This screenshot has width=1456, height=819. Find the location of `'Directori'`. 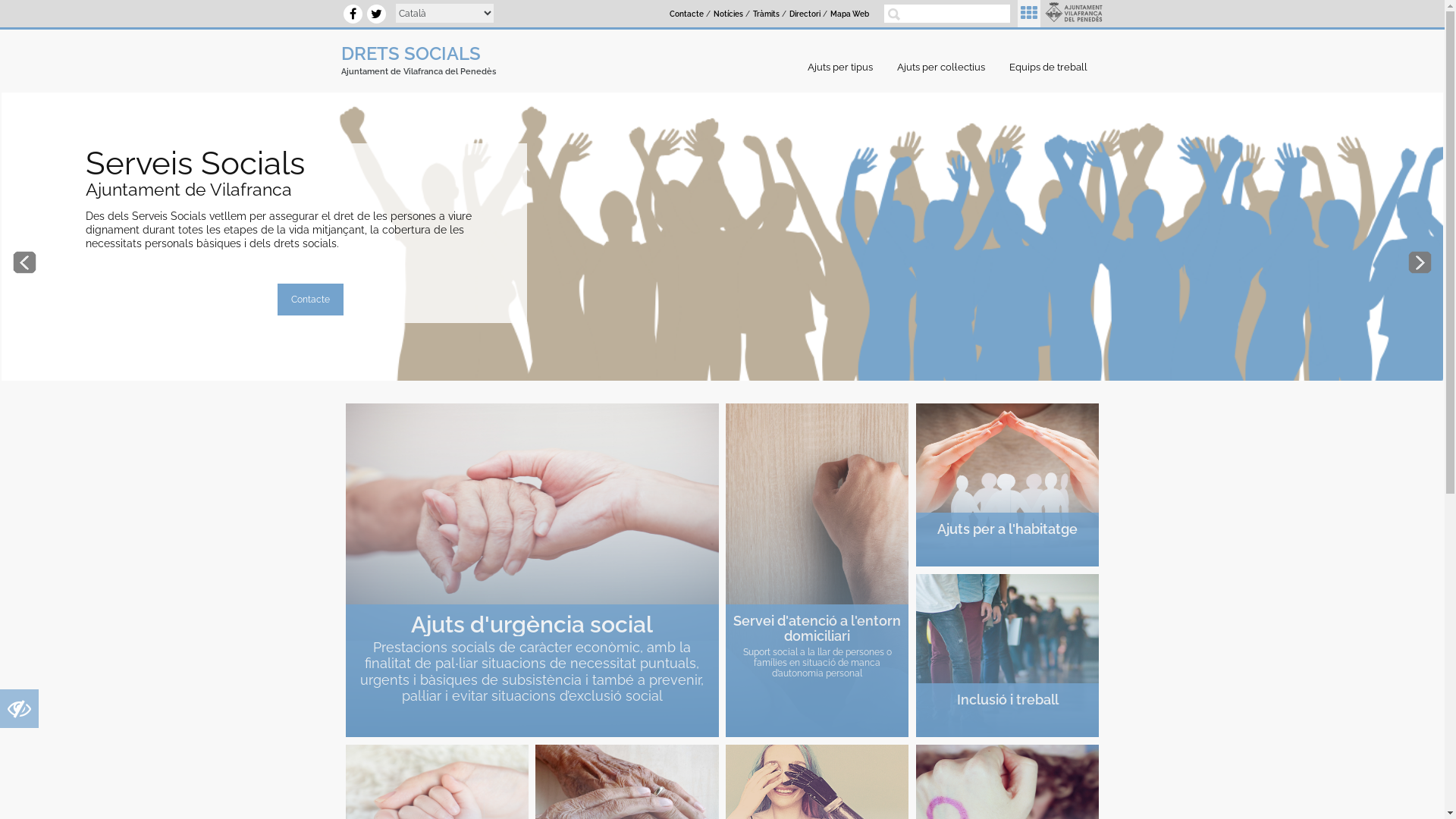

'Directori' is located at coordinates (804, 14).